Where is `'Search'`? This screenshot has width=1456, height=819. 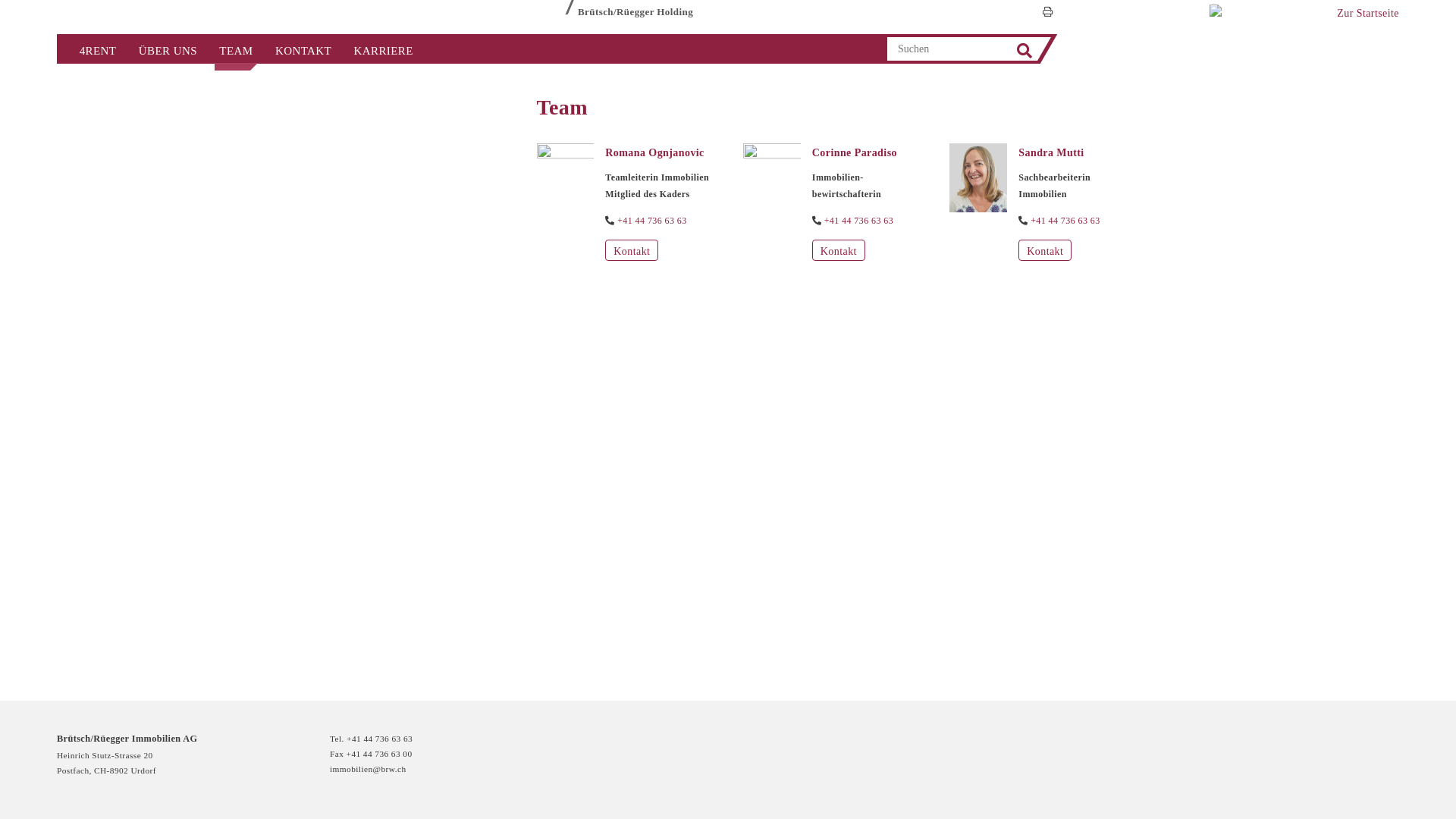 'Search' is located at coordinates (1024, 50).